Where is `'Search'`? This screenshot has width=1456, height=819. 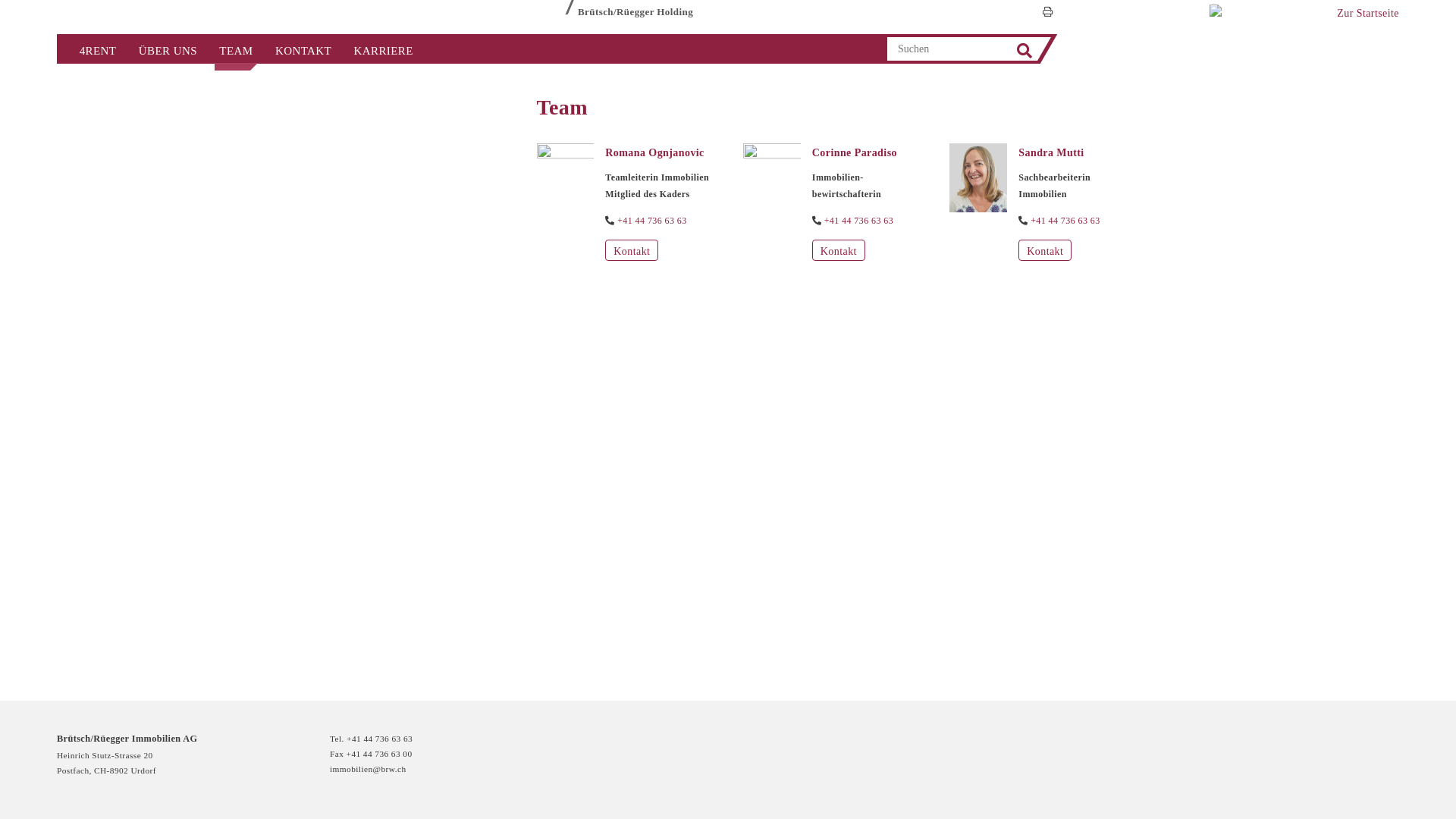 'Search' is located at coordinates (1024, 50).